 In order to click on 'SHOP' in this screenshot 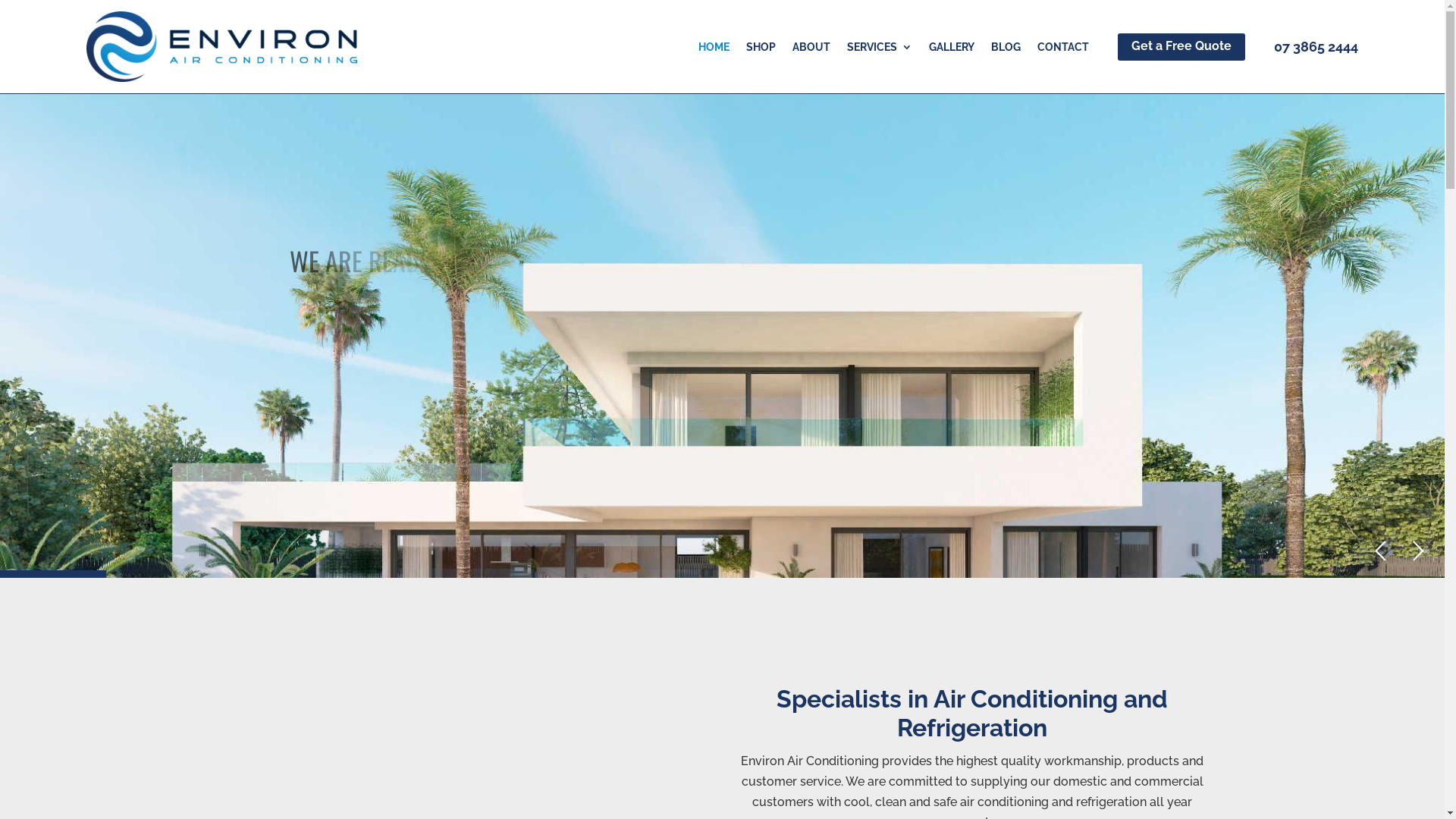, I will do `click(761, 49)`.